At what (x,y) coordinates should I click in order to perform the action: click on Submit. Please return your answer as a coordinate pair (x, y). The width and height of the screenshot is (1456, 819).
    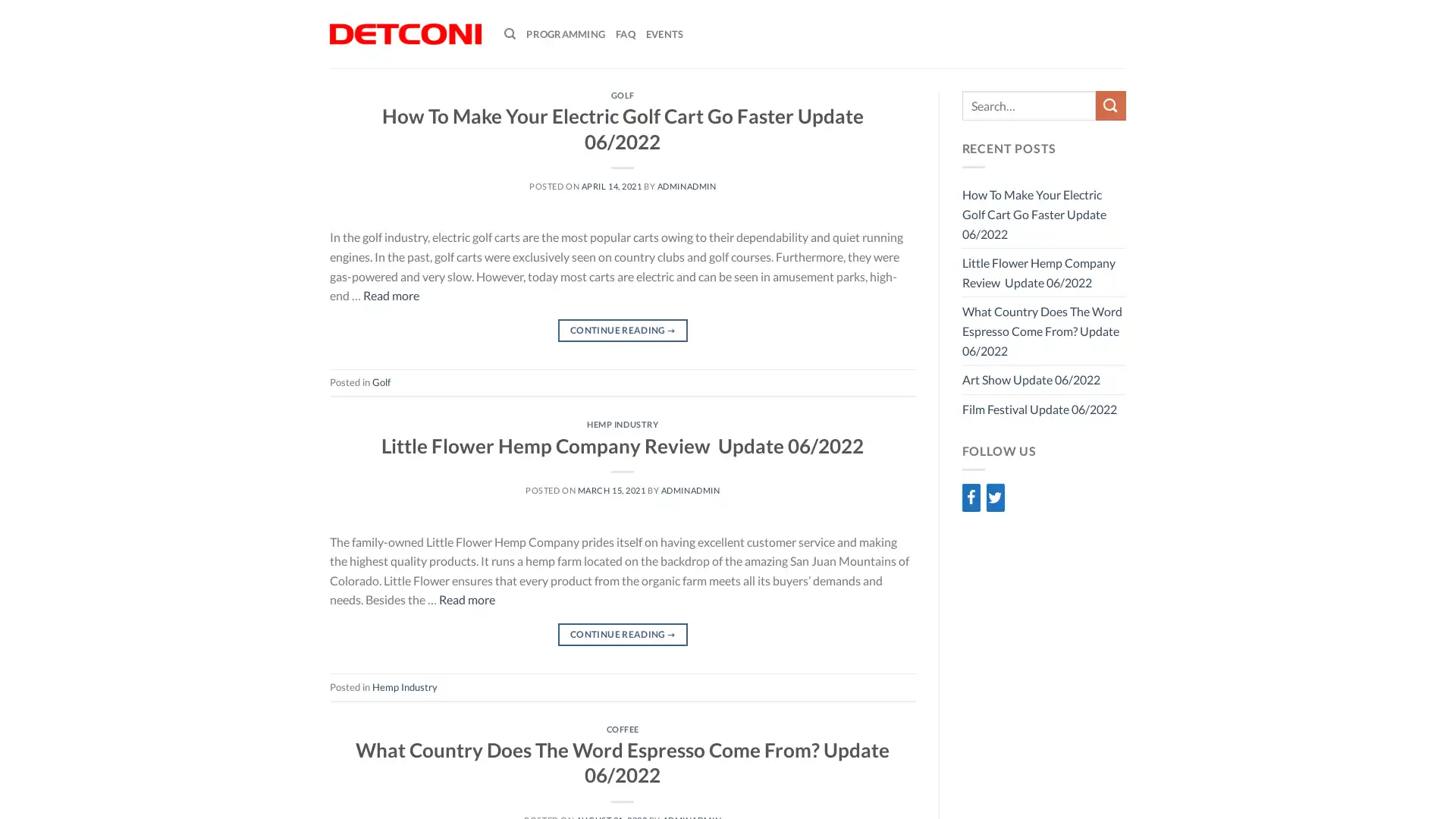
    Looking at the image, I should click on (1110, 105).